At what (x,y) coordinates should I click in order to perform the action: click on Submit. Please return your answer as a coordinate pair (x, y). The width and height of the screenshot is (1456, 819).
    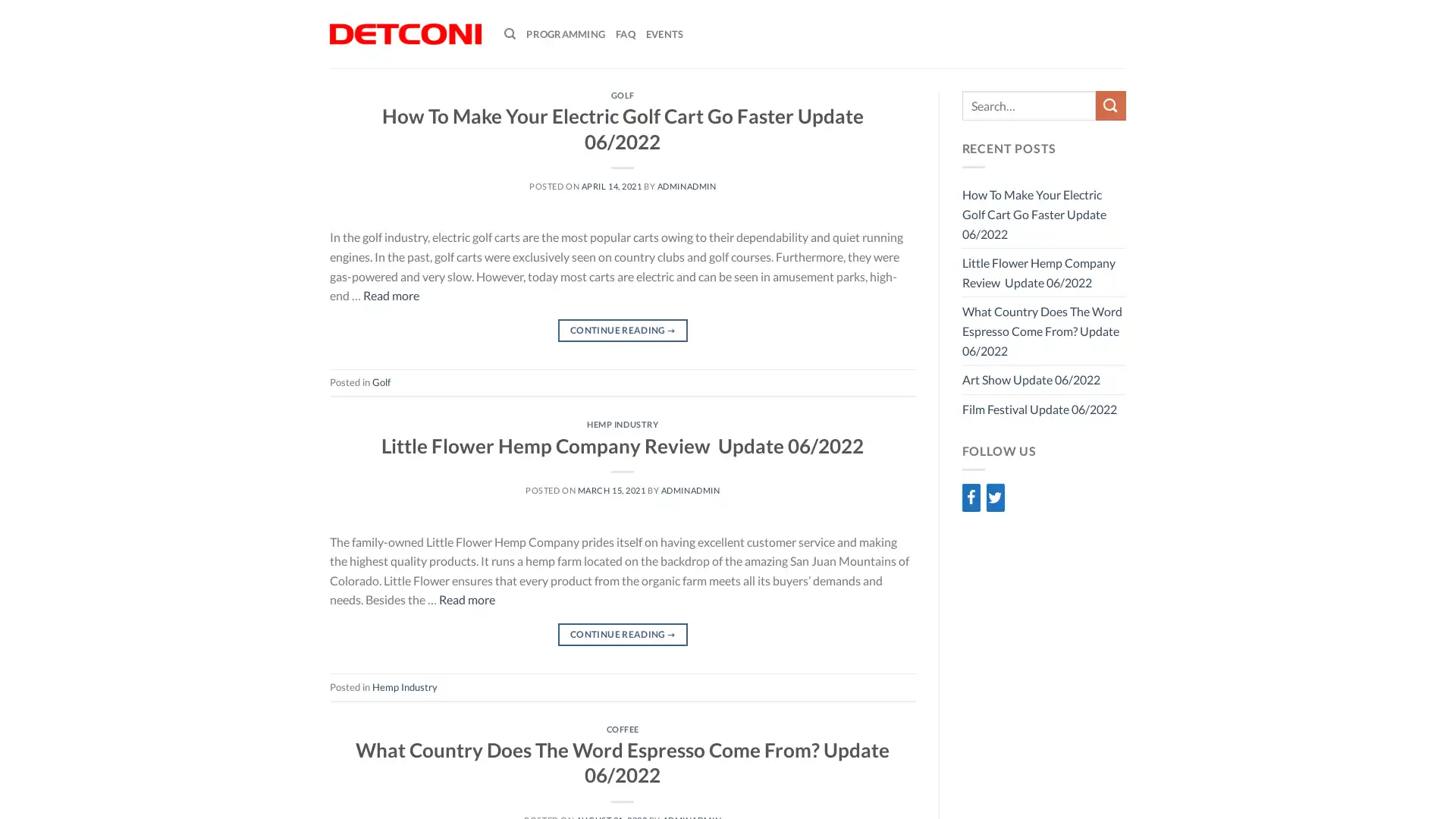
    Looking at the image, I should click on (1110, 105).